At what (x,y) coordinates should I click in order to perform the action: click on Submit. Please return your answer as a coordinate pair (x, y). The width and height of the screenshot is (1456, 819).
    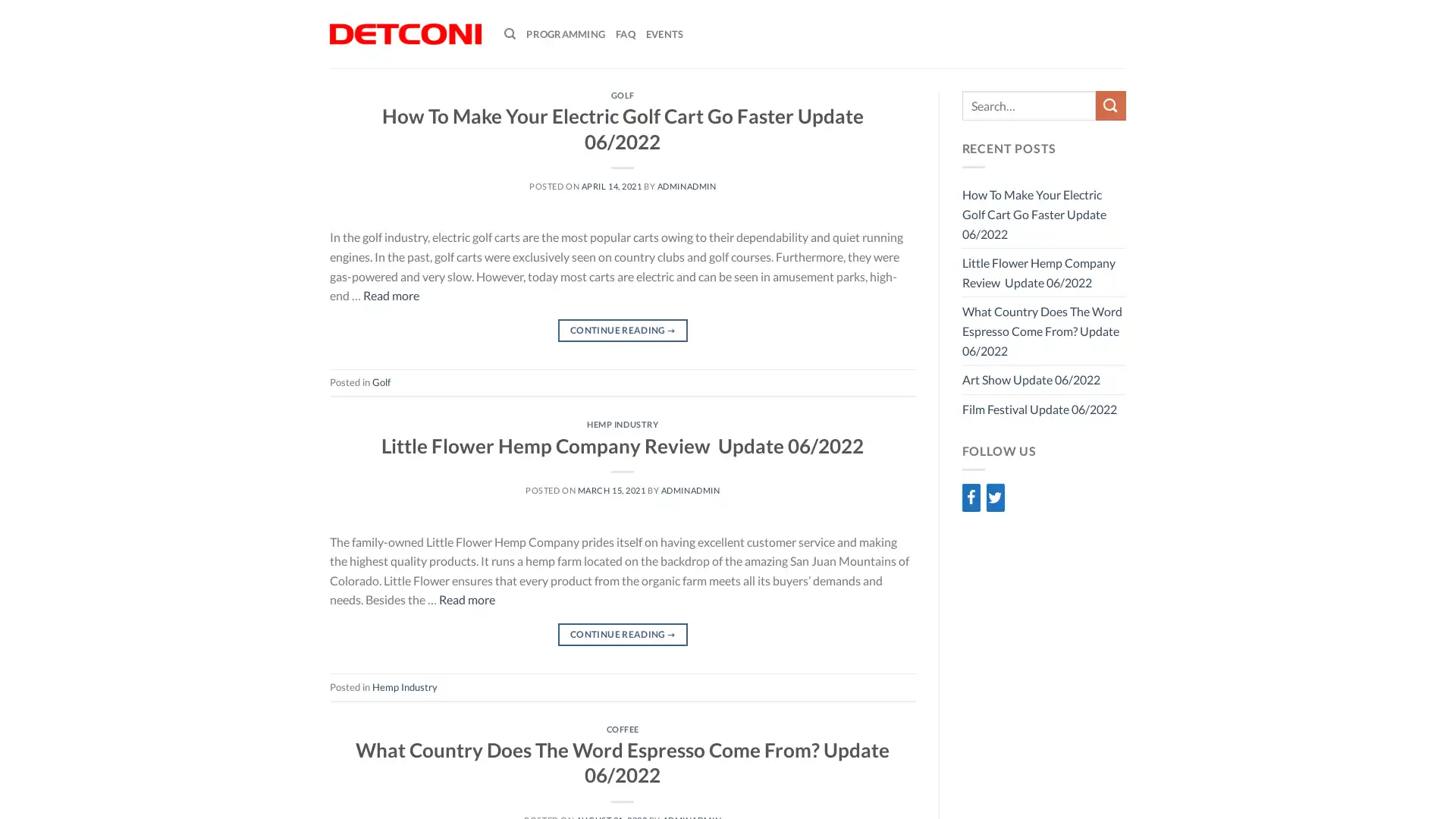
    Looking at the image, I should click on (1110, 105).